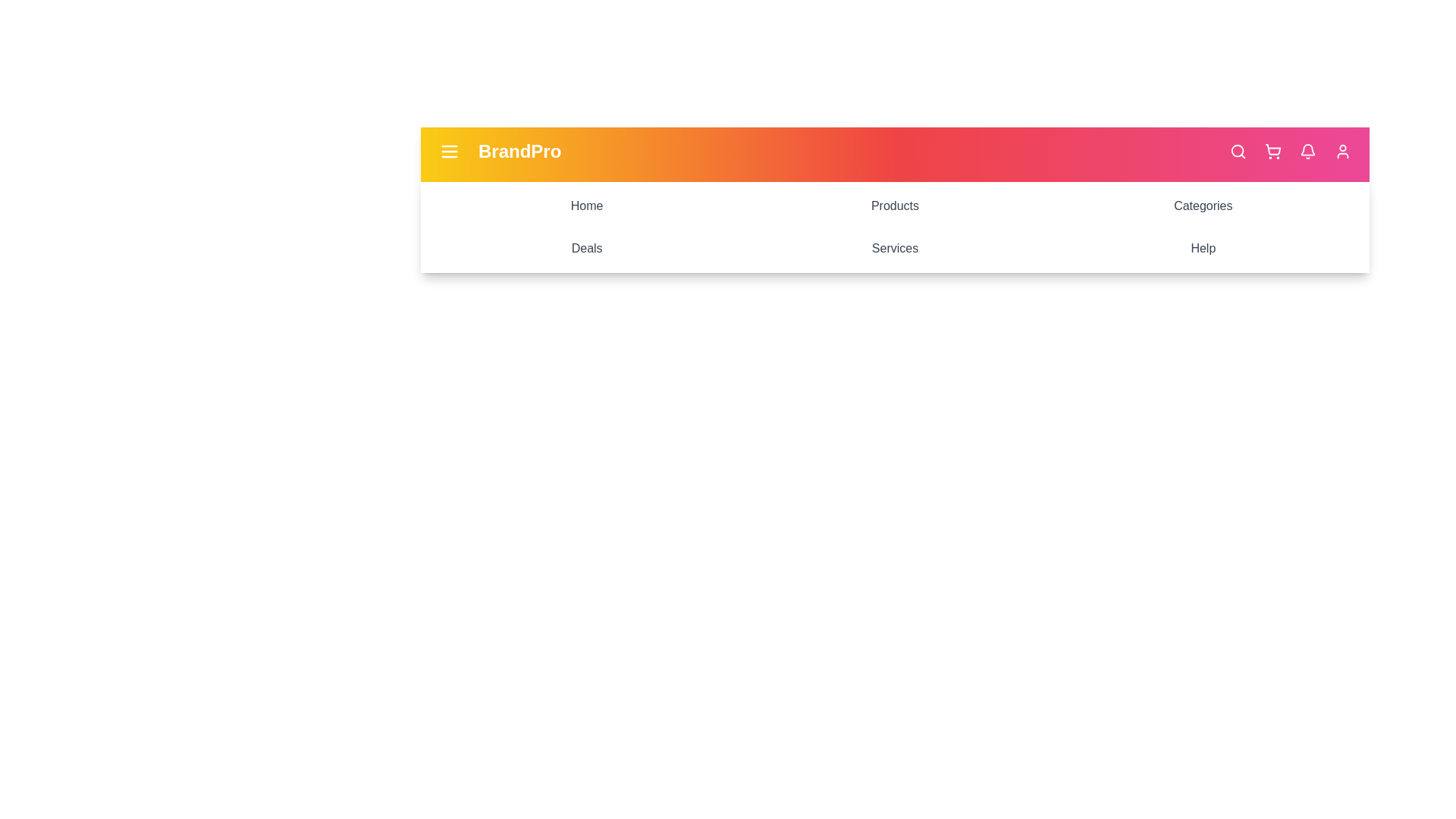 This screenshot has height=819, width=1456. I want to click on the menu item labeled Deals to navigate to its section, so click(585, 247).